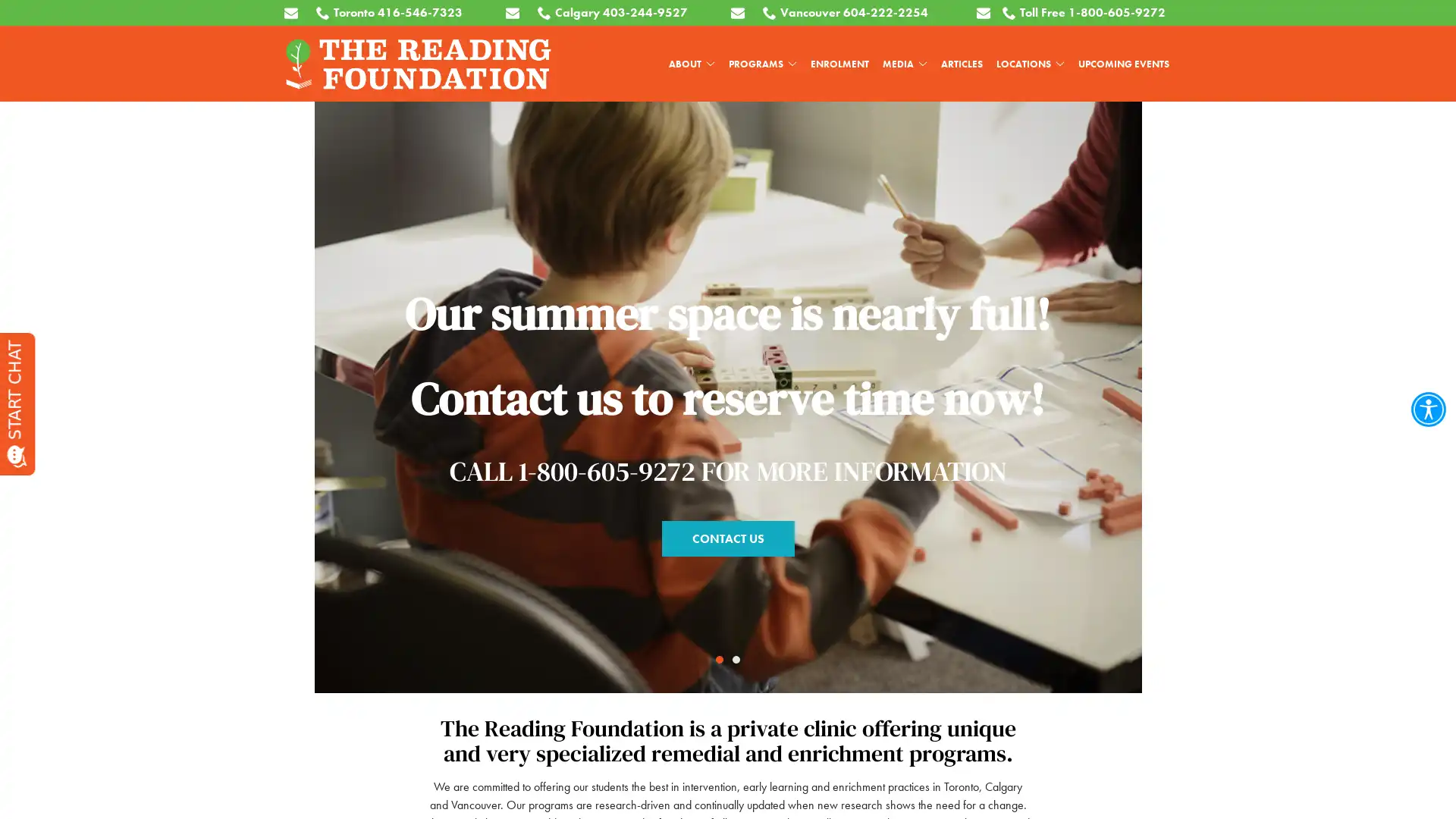 This screenshot has height=819, width=1456. I want to click on Previous, so click(42, 268).